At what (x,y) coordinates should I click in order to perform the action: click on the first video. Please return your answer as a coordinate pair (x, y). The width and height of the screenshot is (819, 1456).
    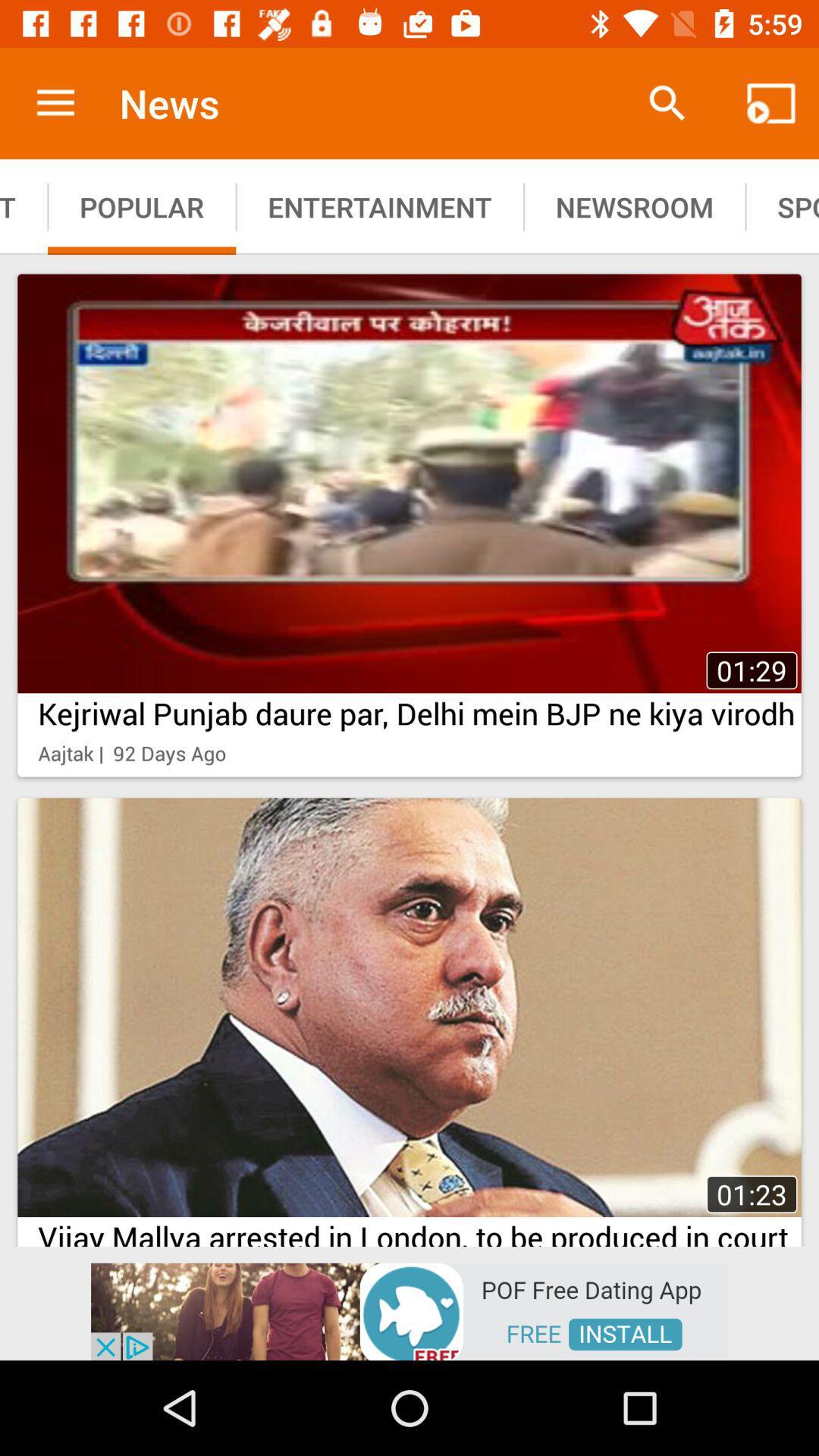
    Looking at the image, I should click on (409, 525).